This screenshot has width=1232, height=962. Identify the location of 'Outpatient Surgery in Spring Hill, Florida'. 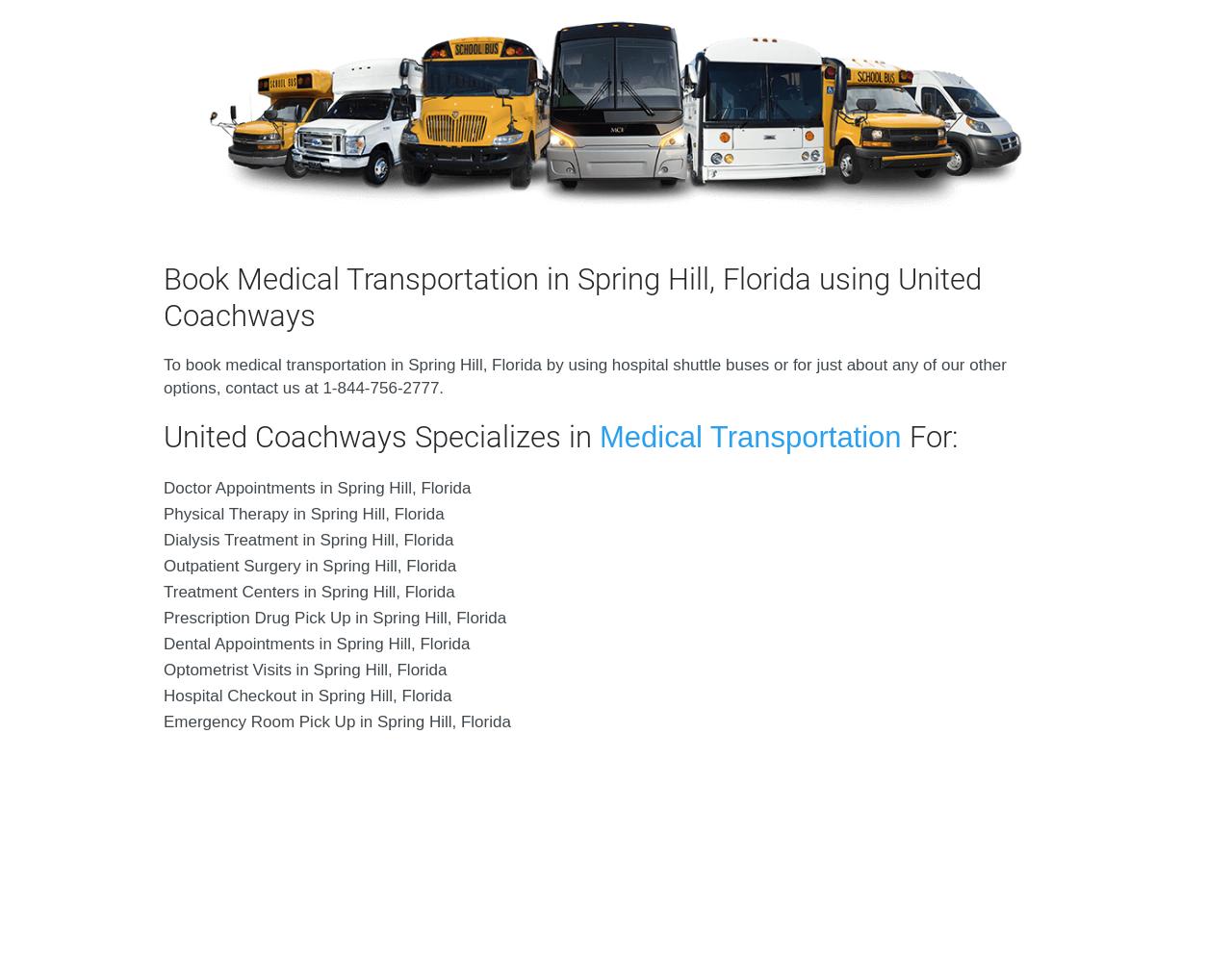
(310, 565).